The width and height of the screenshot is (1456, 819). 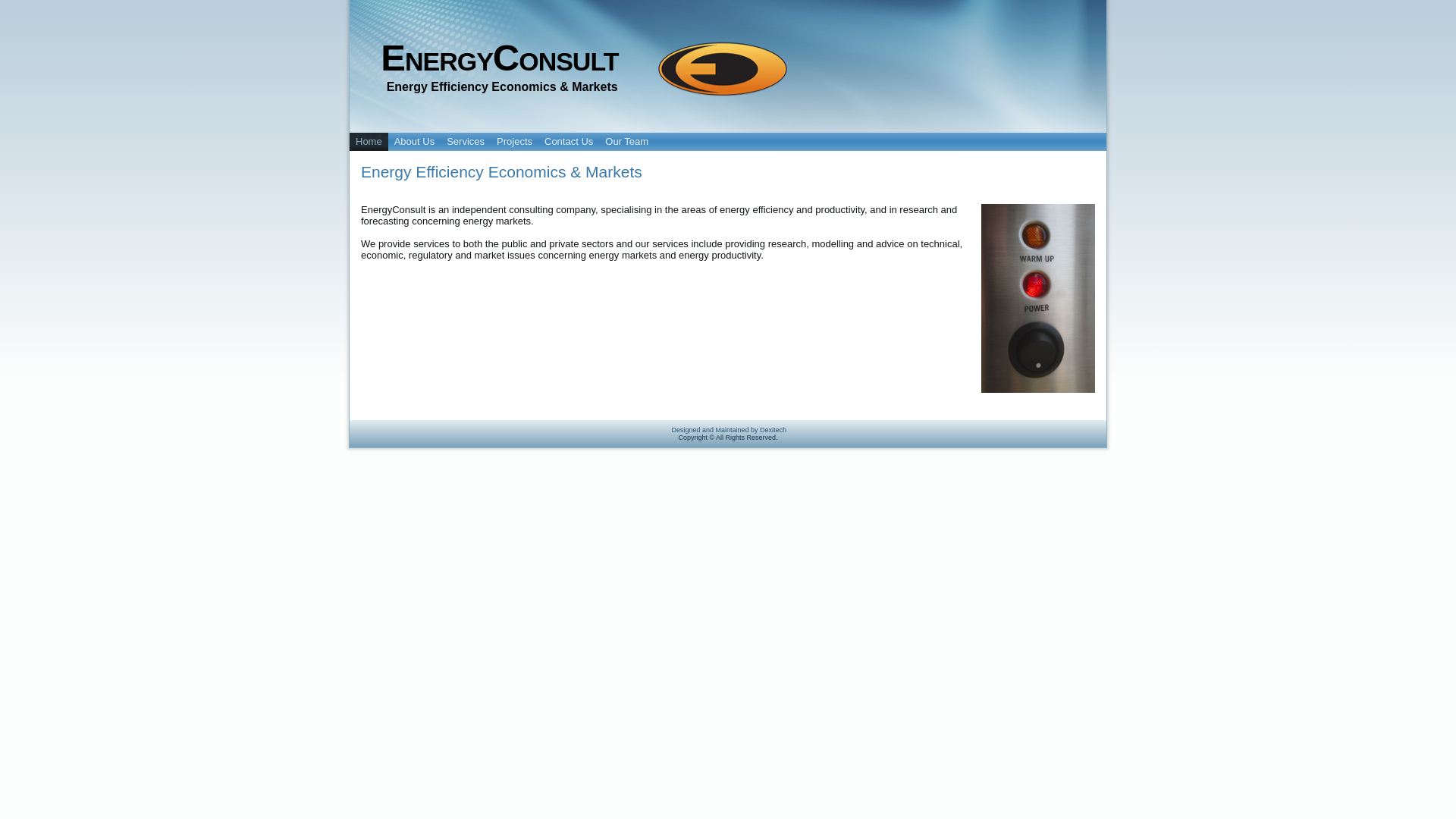 What do you see at coordinates (626, 141) in the screenshot?
I see `'Our Team'` at bounding box center [626, 141].